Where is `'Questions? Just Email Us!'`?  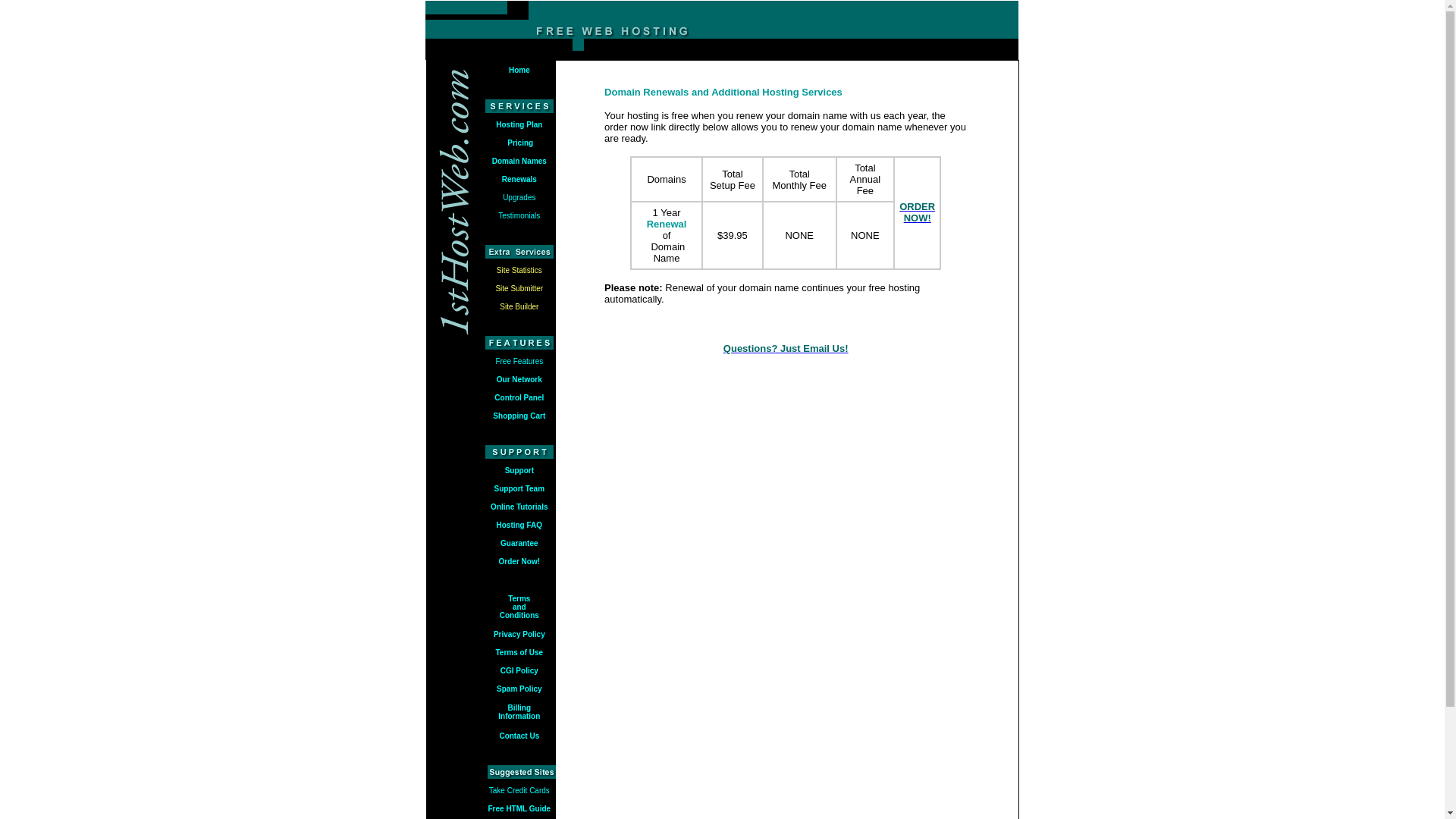 'Questions? Just Email Us!' is located at coordinates (786, 347).